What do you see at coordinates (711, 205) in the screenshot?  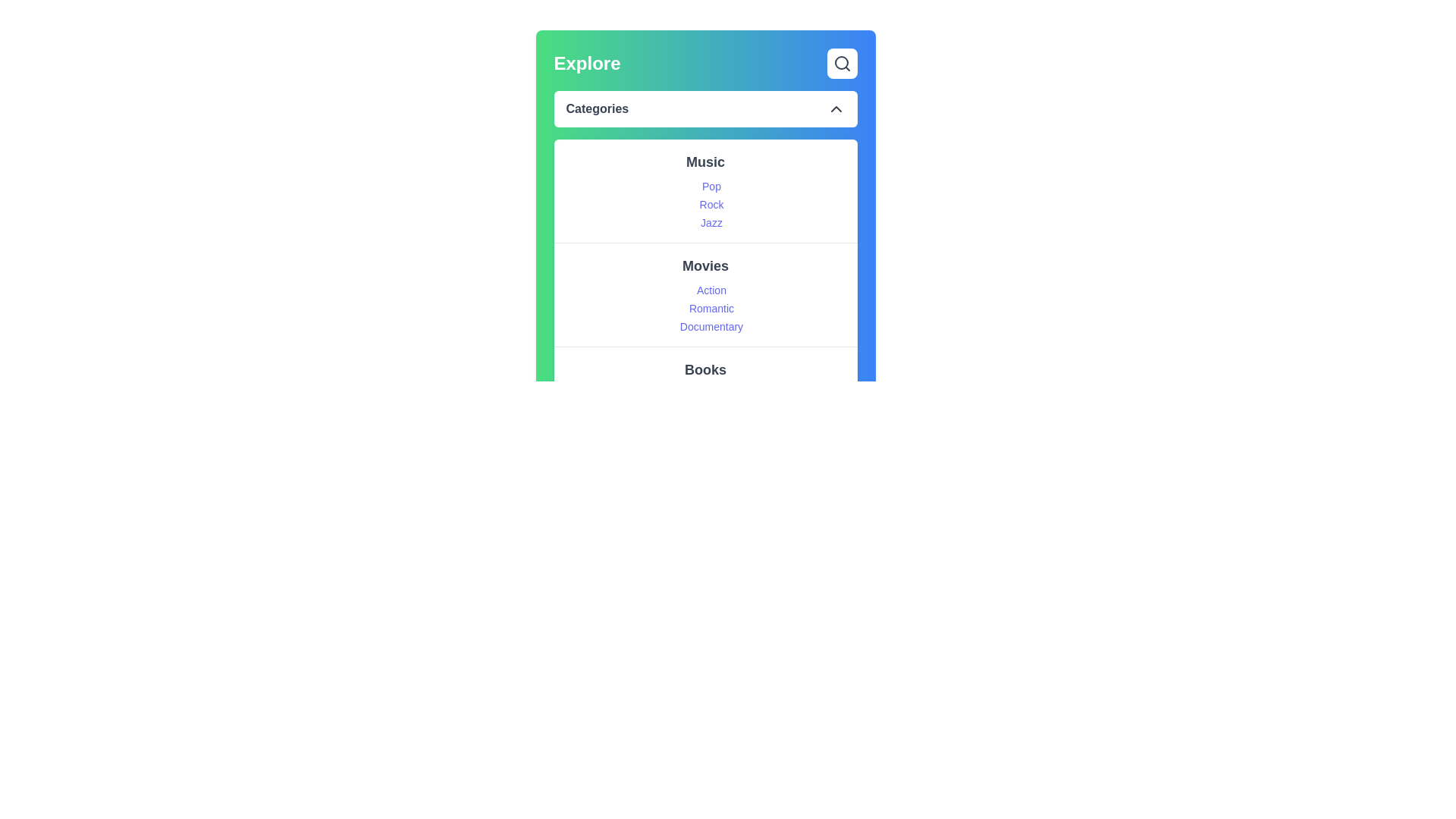 I see `the clickable text label for the 'Rock' category located in the 'Music' section` at bounding box center [711, 205].